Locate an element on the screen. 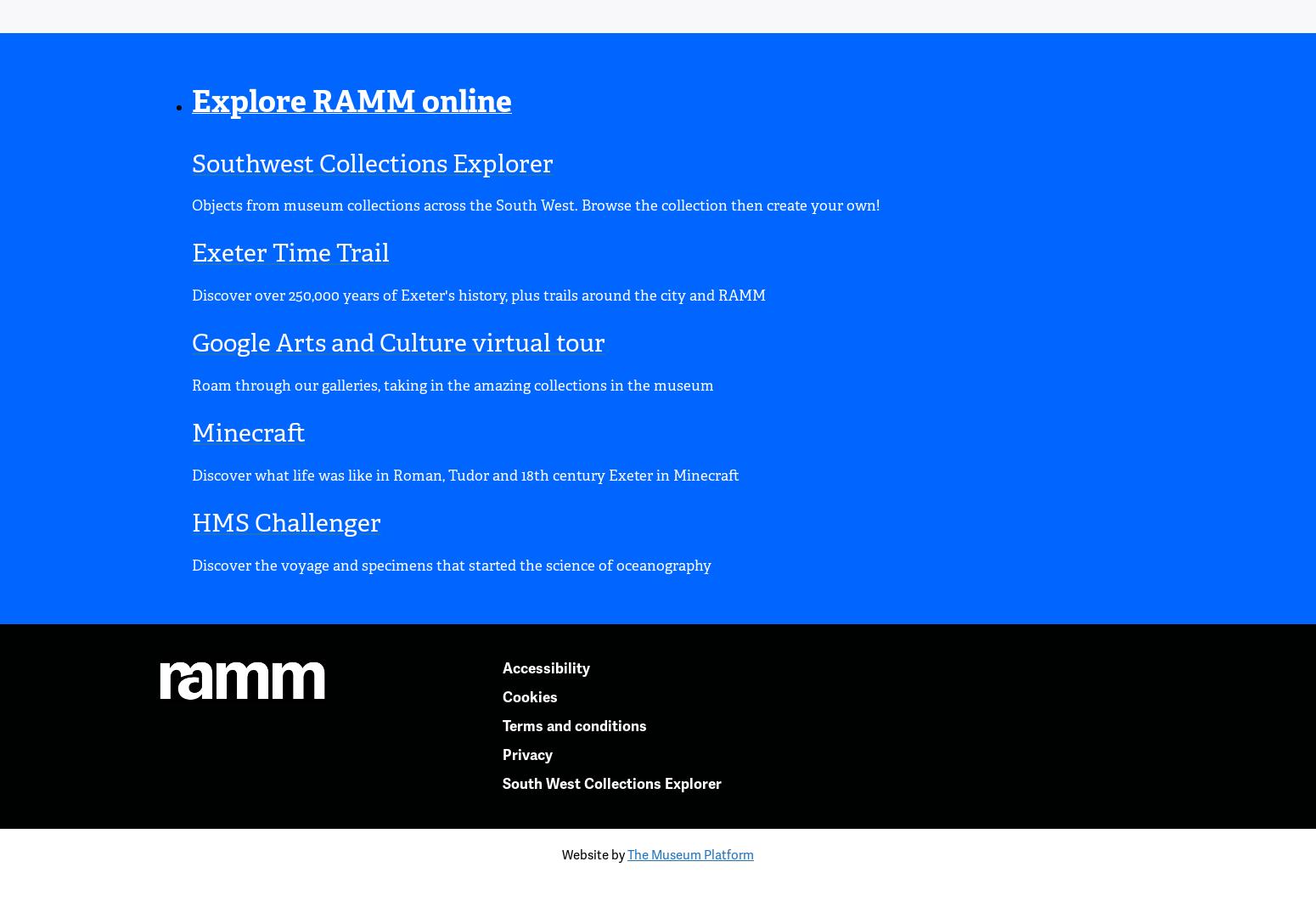 This screenshot has height=901, width=1316. 'Website by' is located at coordinates (594, 853).